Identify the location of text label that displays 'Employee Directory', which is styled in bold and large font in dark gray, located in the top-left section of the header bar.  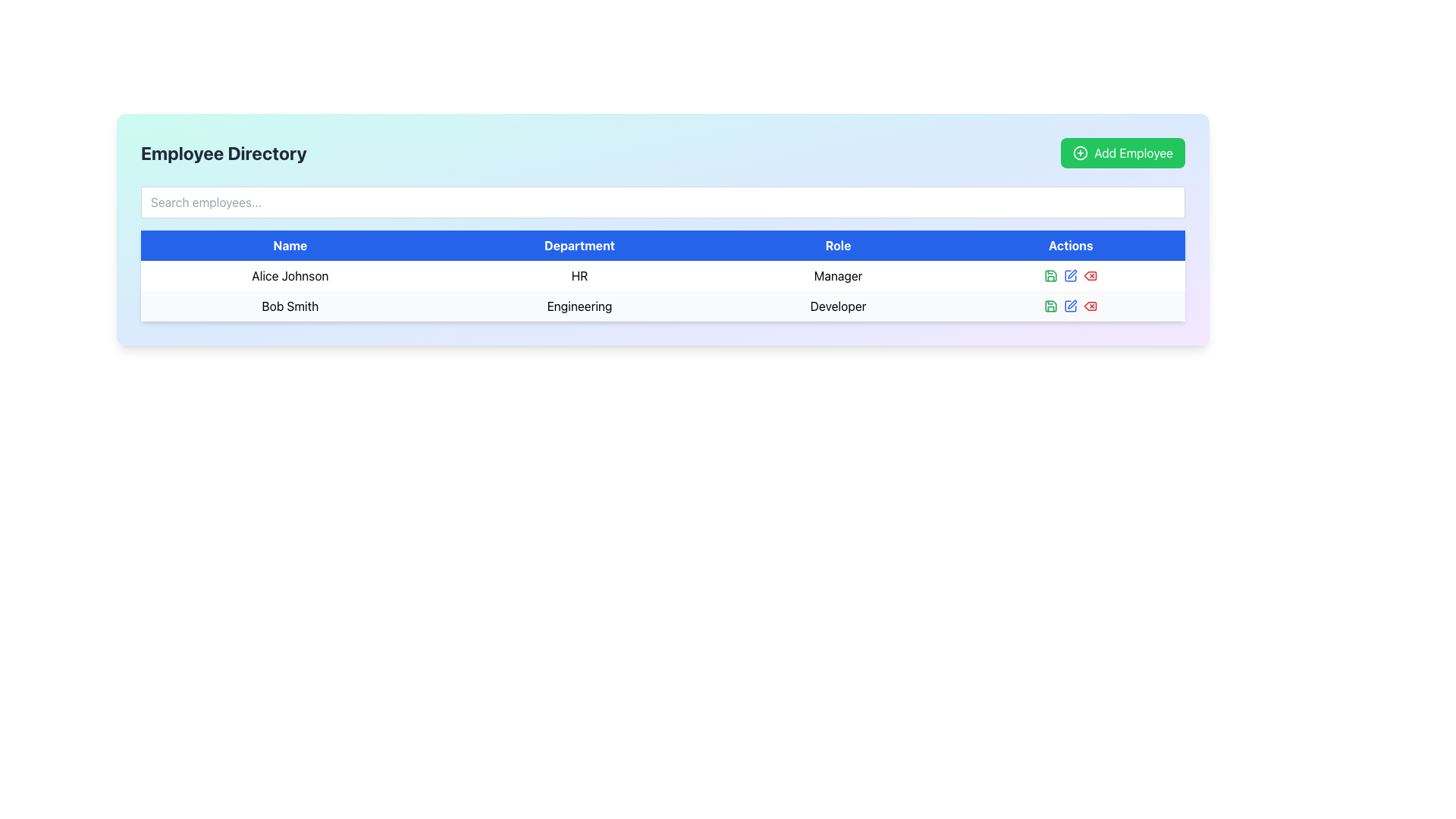
(223, 152).